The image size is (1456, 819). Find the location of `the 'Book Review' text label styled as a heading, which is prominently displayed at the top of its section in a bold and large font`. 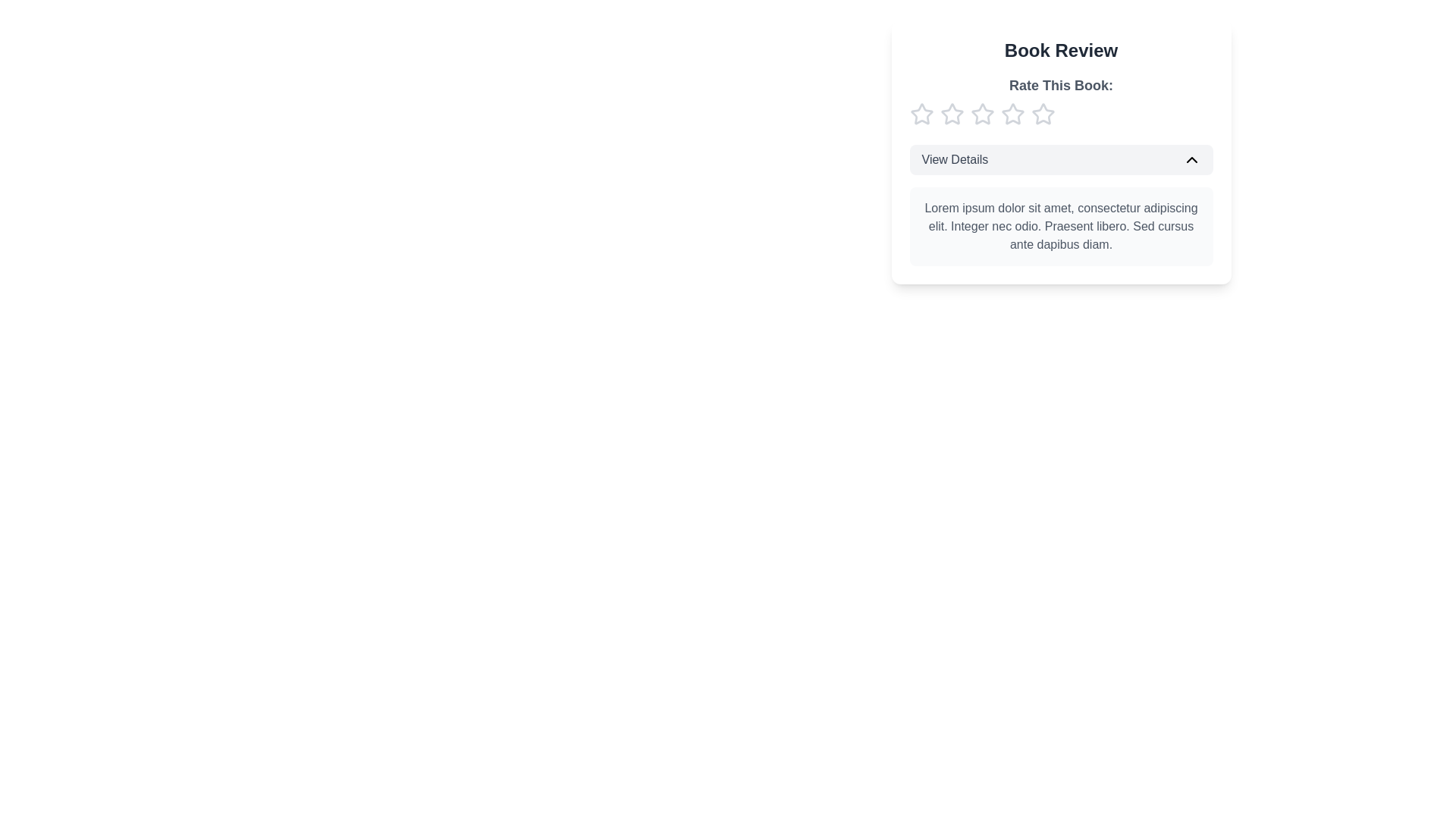

the 'Book Review' text label styled as a heading, which is prominently displayed at the top of its section in a bold and large font is located at coordinates (1060, 49).